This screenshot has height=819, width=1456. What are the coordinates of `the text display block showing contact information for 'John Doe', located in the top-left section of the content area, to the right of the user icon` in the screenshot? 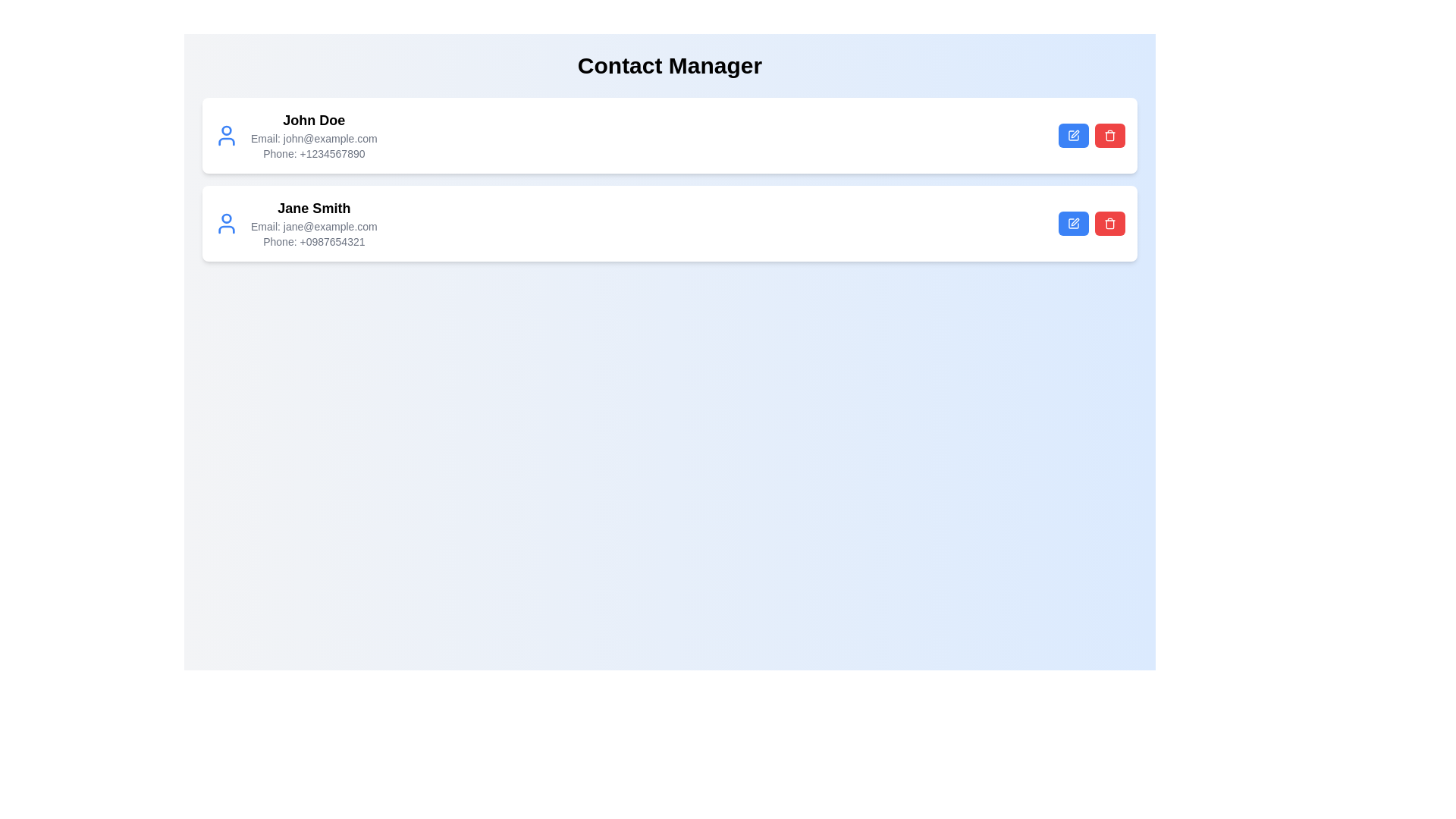 It's located at (313, 134).